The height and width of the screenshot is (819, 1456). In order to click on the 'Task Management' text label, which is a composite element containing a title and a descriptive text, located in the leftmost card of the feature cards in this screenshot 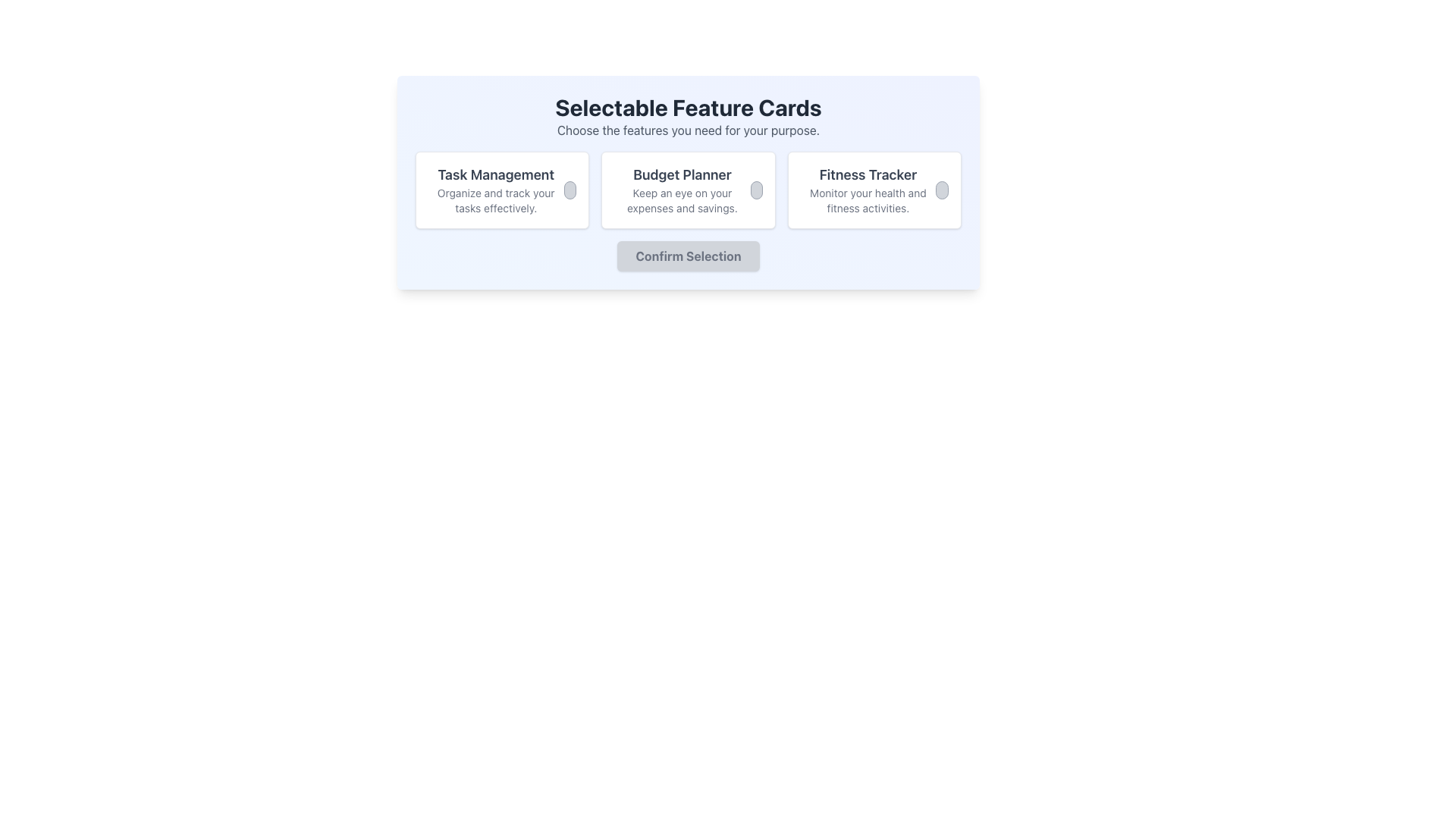, I will do `click(496, 189)`.